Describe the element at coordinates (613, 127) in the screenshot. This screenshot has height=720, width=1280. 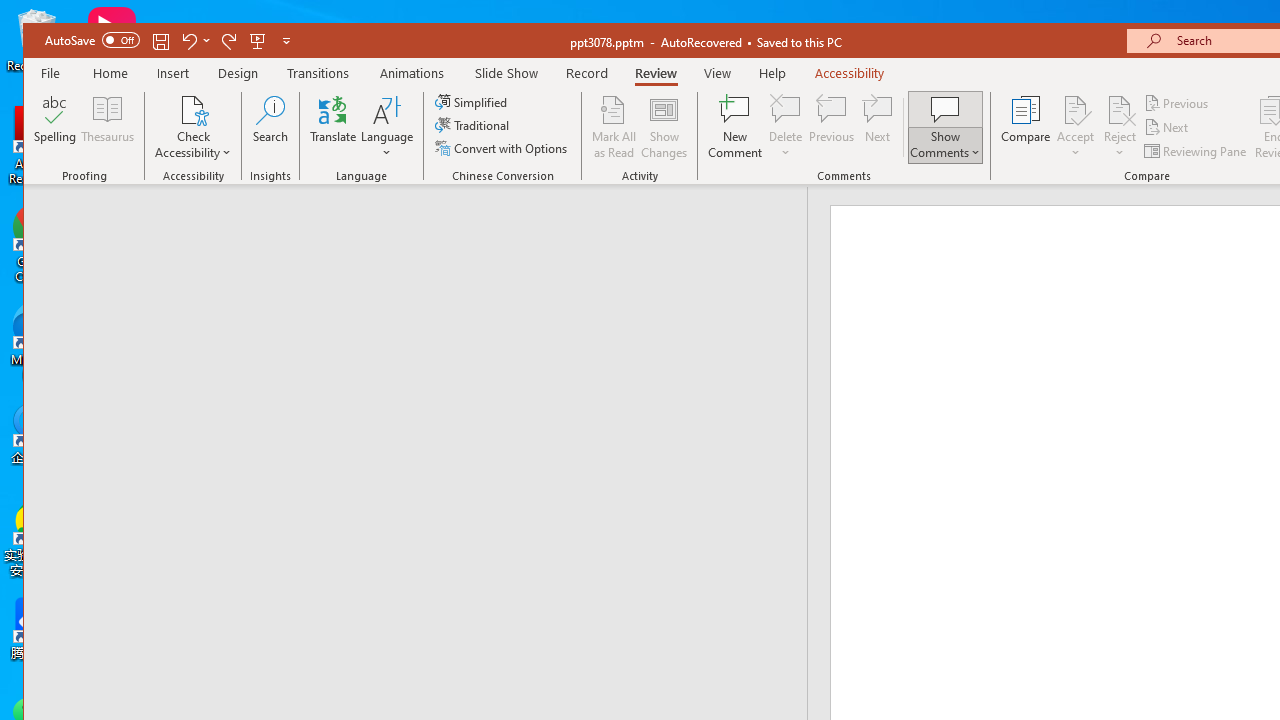
I see `'Mark All as Read'` at that location.